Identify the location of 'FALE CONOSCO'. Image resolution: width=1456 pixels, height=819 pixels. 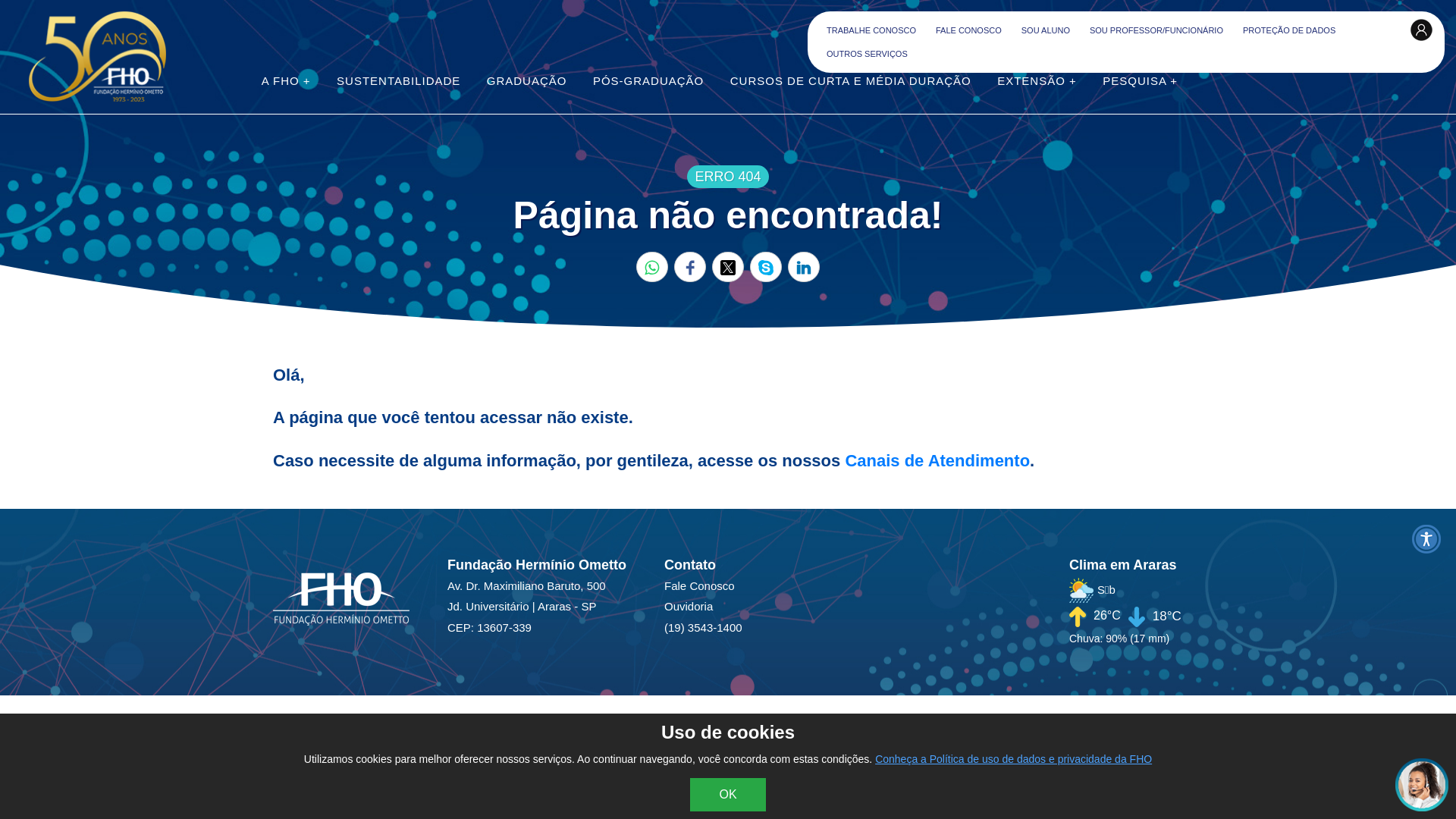
(927, 30).